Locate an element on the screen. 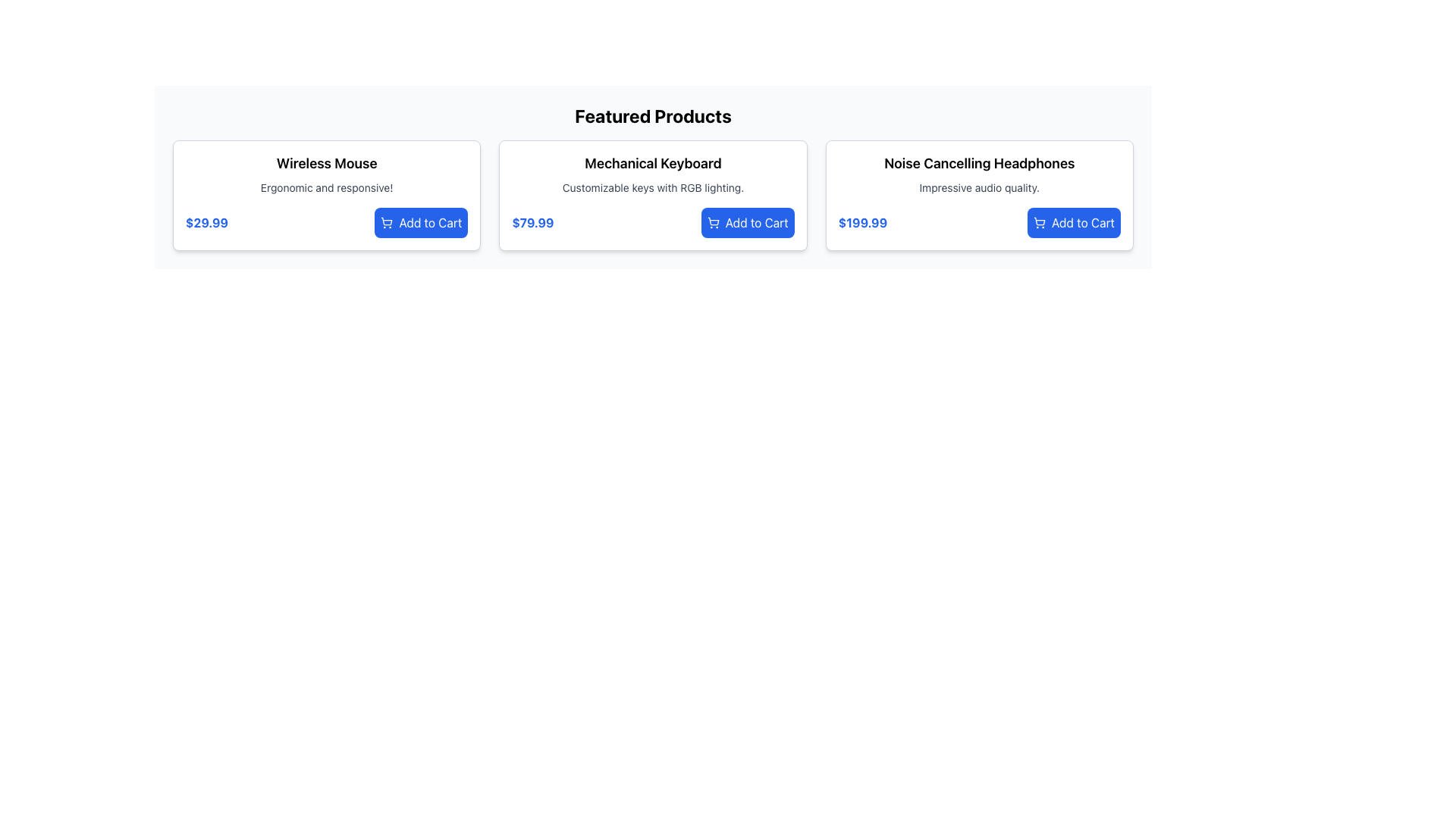  text content of the price label displaying '$199.99' in bold blue font, located to the left of the 'Add to Cart' button within the 'Noise Cancelling Headphones' product card is located at coordinates (862, 222).